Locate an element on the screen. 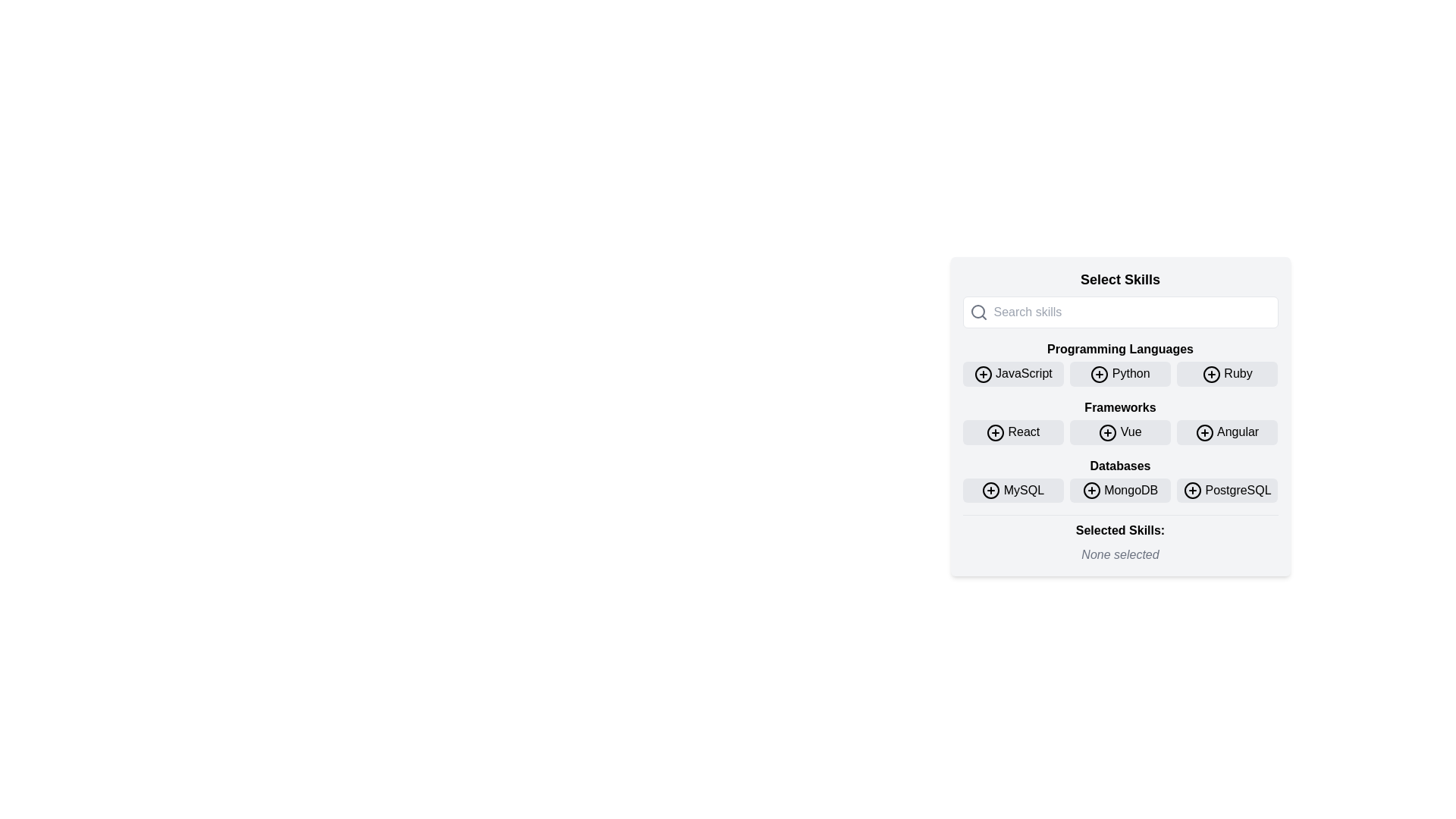  the icon button with a plus sign is located at coordinates (1192, 491).